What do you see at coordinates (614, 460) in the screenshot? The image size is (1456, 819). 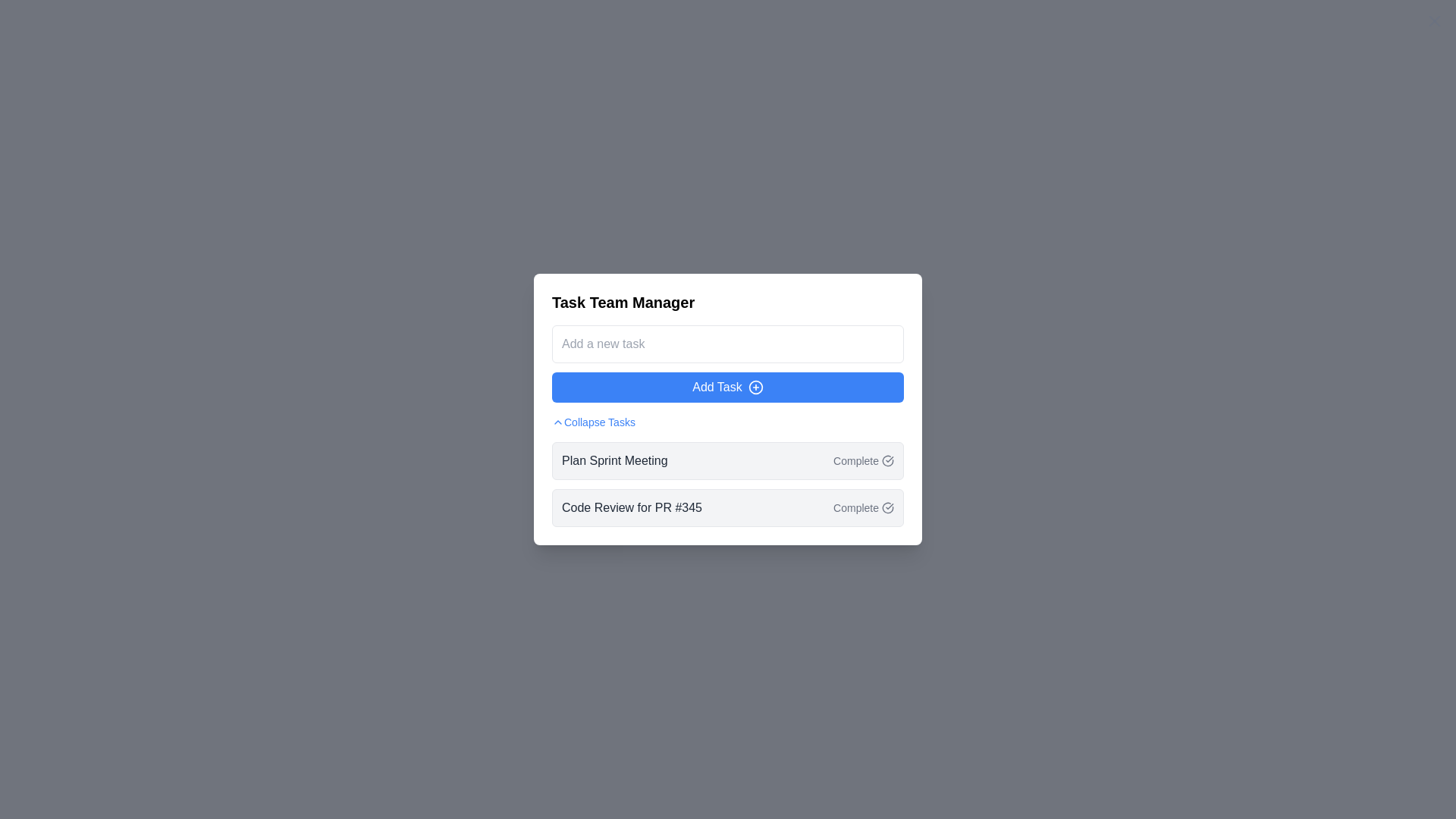 I see `text label that says 'Plan Sprint Meeting', which is styled in a dark gray font and is the leftmost component of the first task item under the 'Collapse Tasks' section` at bounding box center [614, 460].